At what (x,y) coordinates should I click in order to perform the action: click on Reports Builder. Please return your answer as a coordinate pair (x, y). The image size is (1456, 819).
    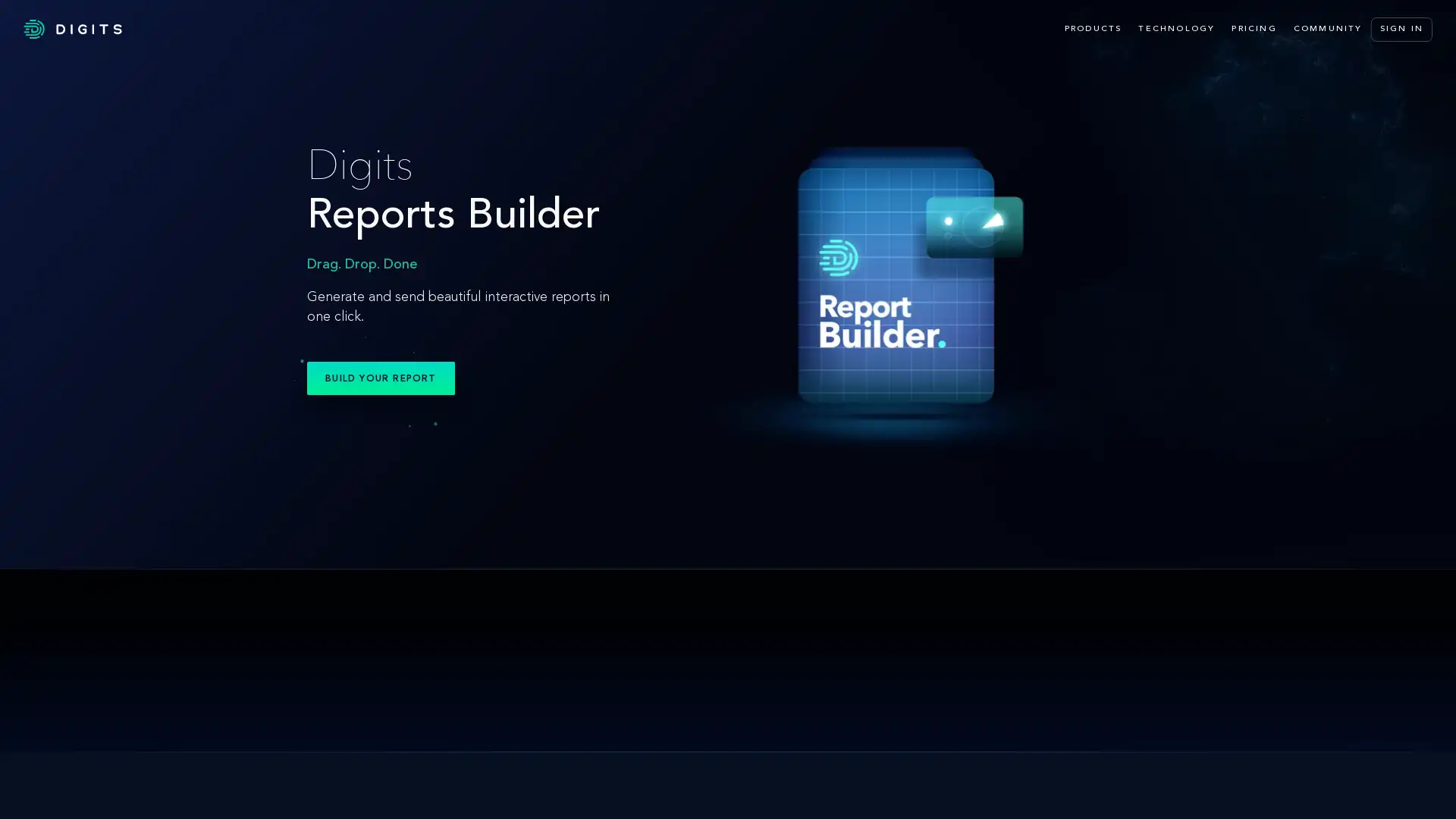
    Looking at the image, I should click on (364, 472).